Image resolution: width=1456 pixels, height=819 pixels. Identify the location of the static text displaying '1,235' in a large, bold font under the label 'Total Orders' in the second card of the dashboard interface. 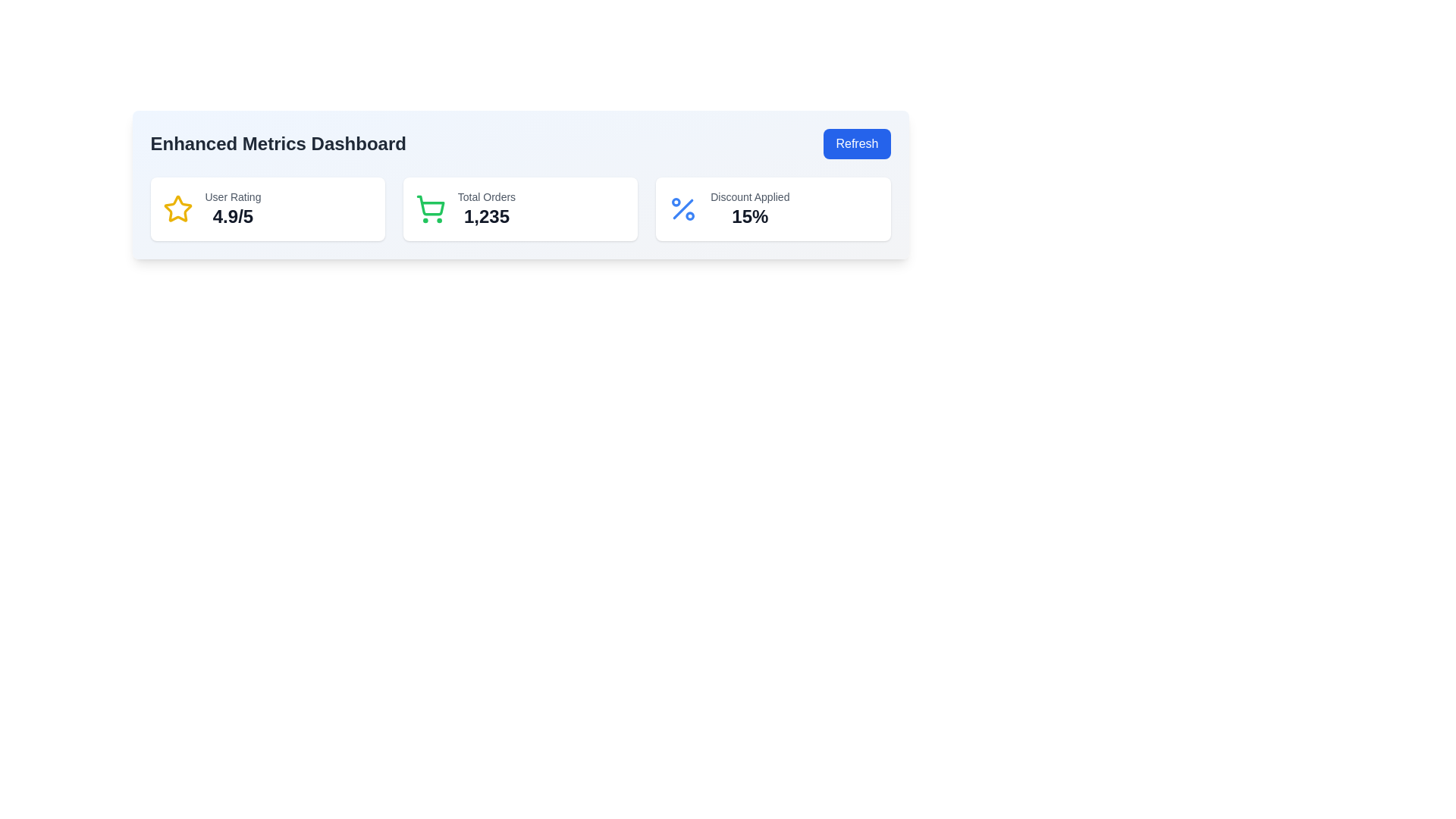
(486, 216).